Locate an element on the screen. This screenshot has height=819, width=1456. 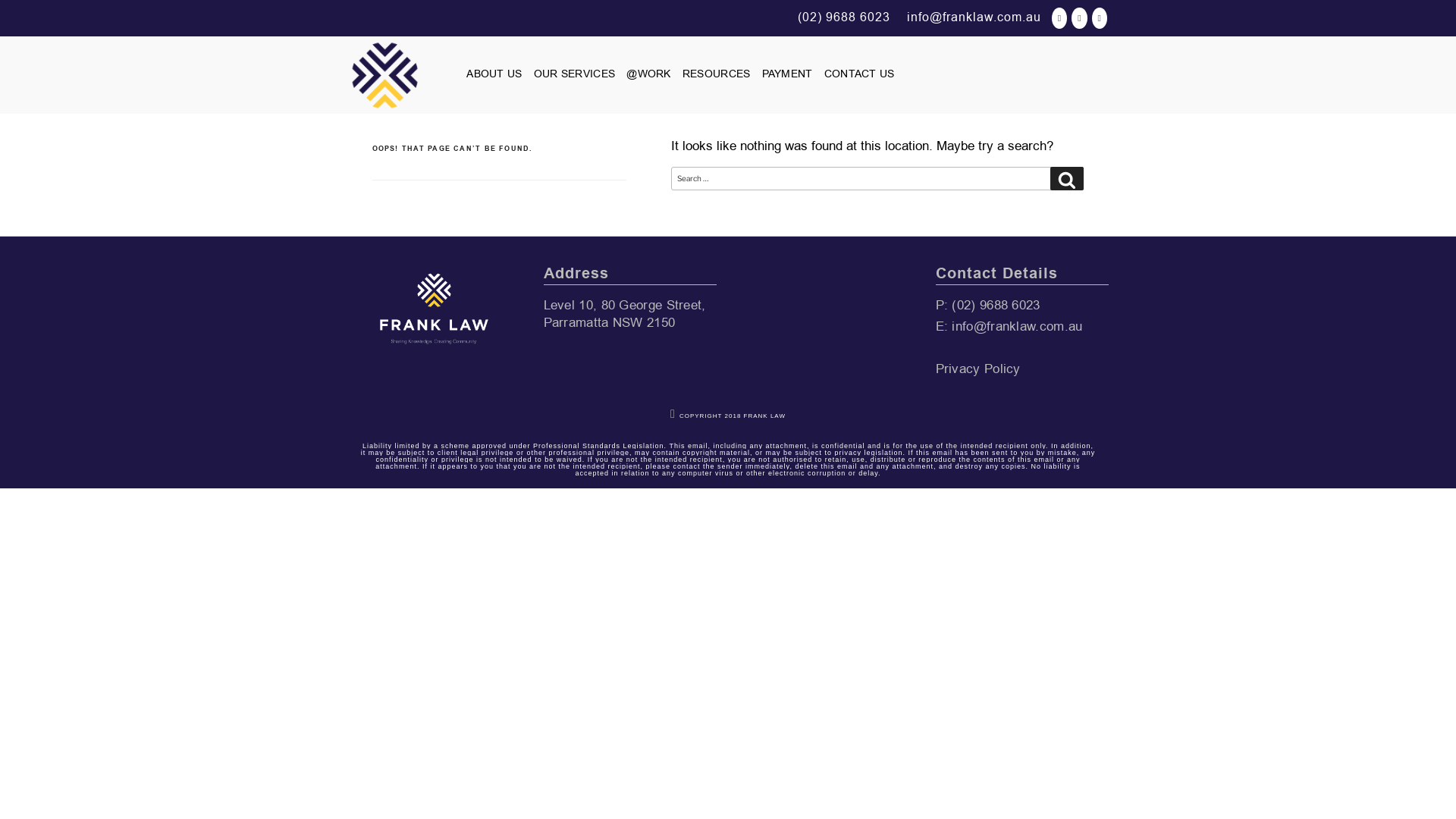
'RESOURCES' is located at coordinates (716, 74).